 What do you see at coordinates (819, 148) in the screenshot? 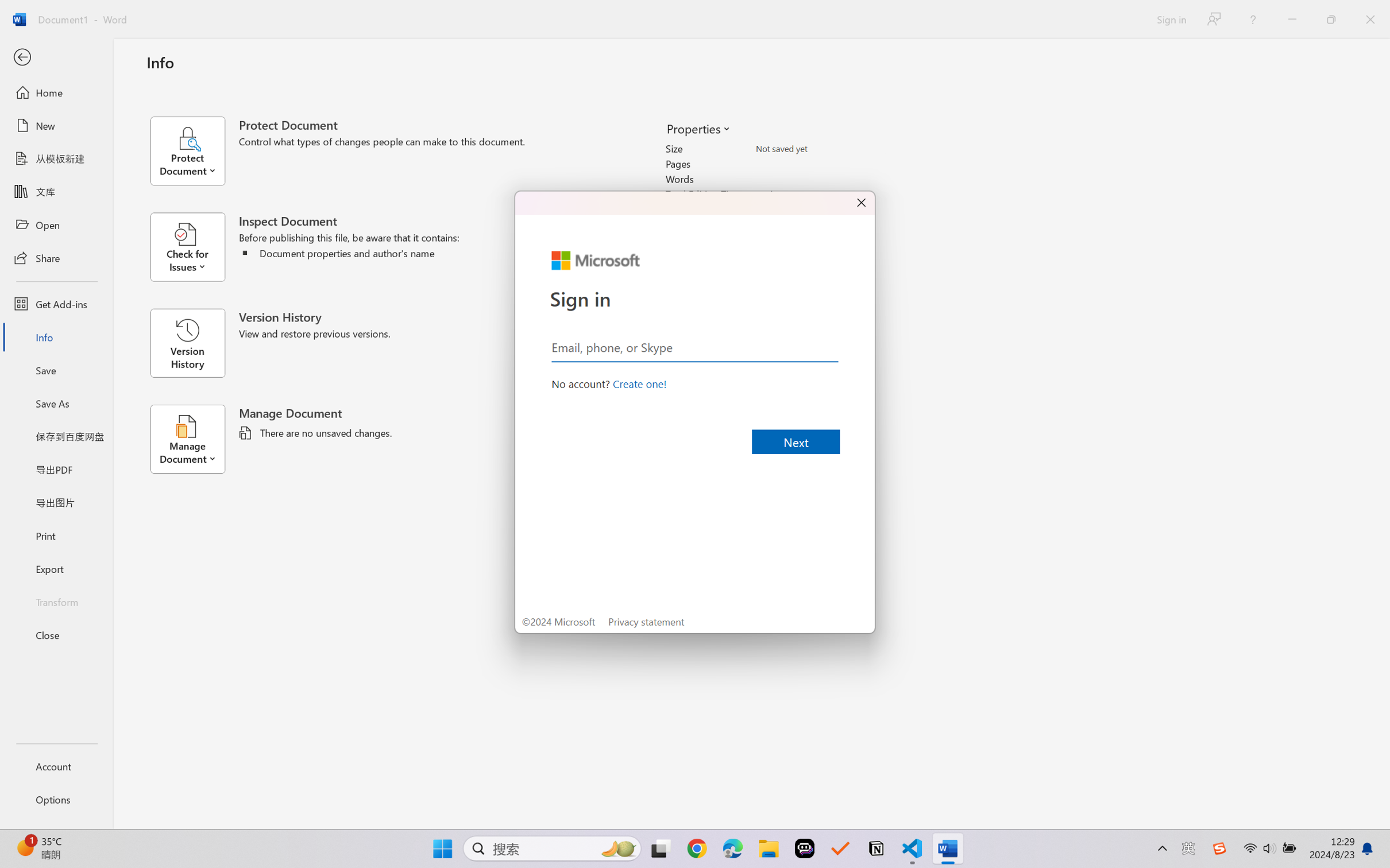
I see `'Size'` at bounding box center [819, 148].